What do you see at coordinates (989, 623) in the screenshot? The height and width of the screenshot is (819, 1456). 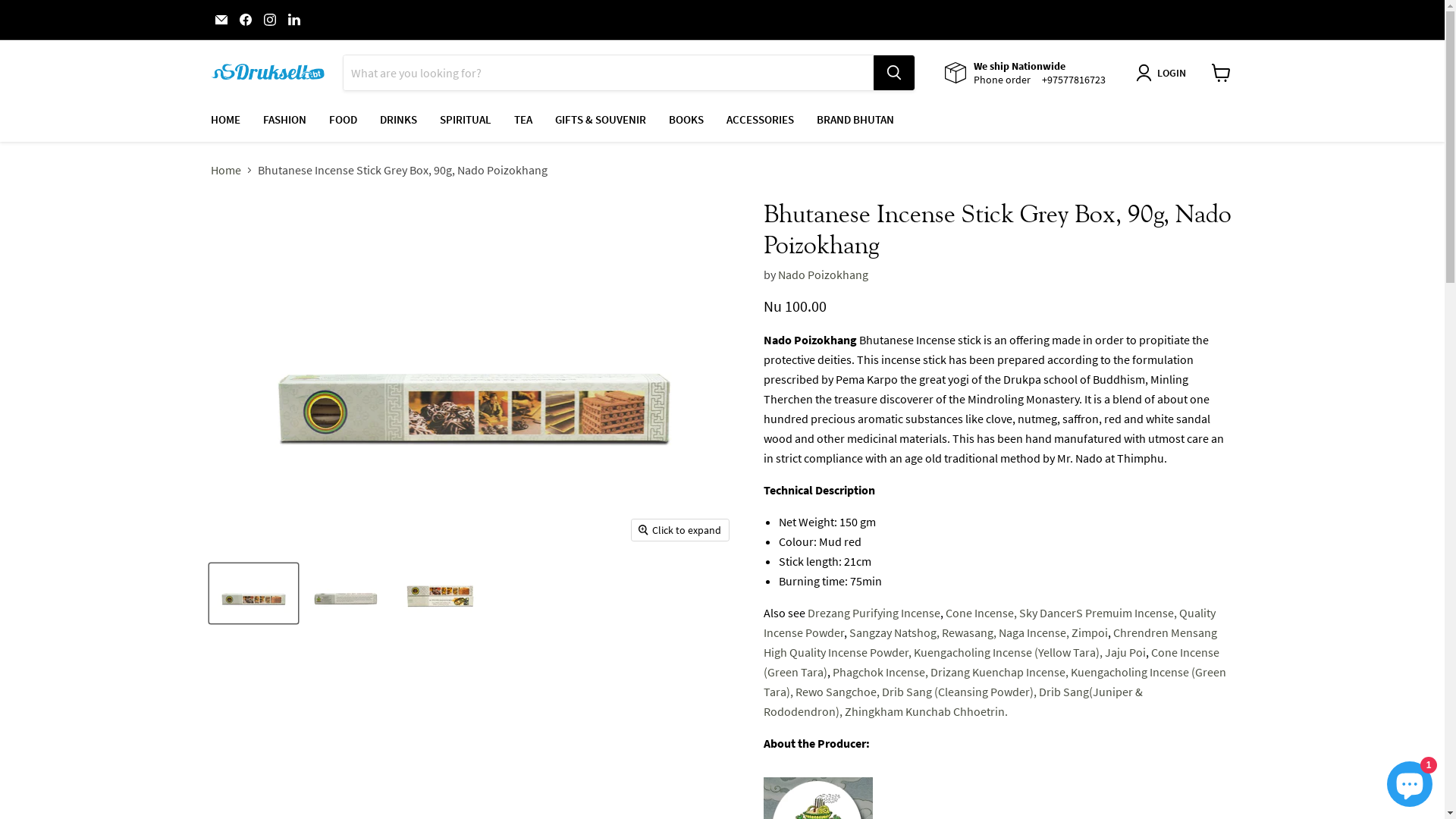 I see `'Quality Incense Powder'` at bounding box center [989, 623].